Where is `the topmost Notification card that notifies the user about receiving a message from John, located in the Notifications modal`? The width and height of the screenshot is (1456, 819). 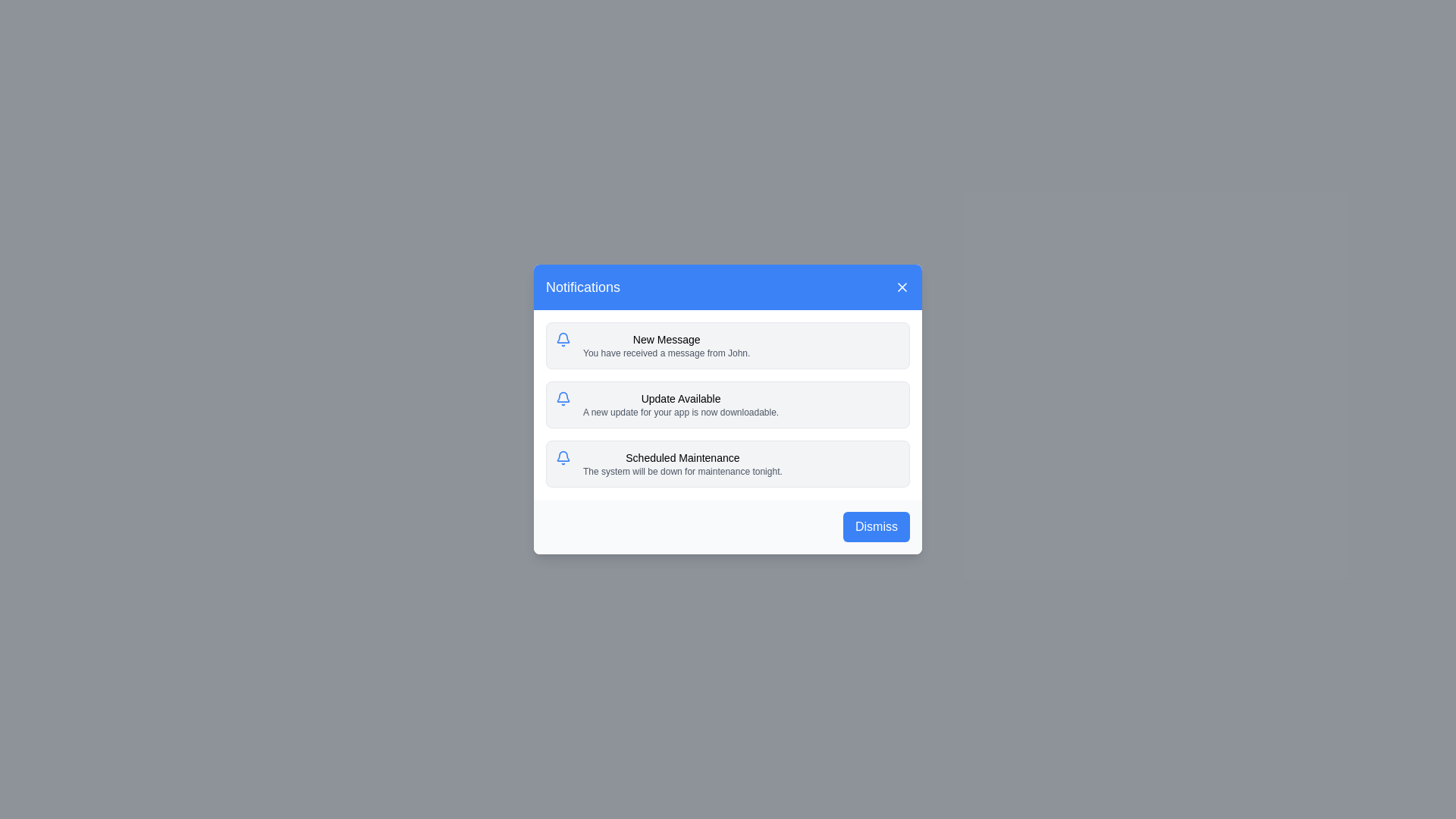
the topmost Notification card that notifies the user about receiving a message from John, located in the Notifications modal is located at coordinates (728, 345).